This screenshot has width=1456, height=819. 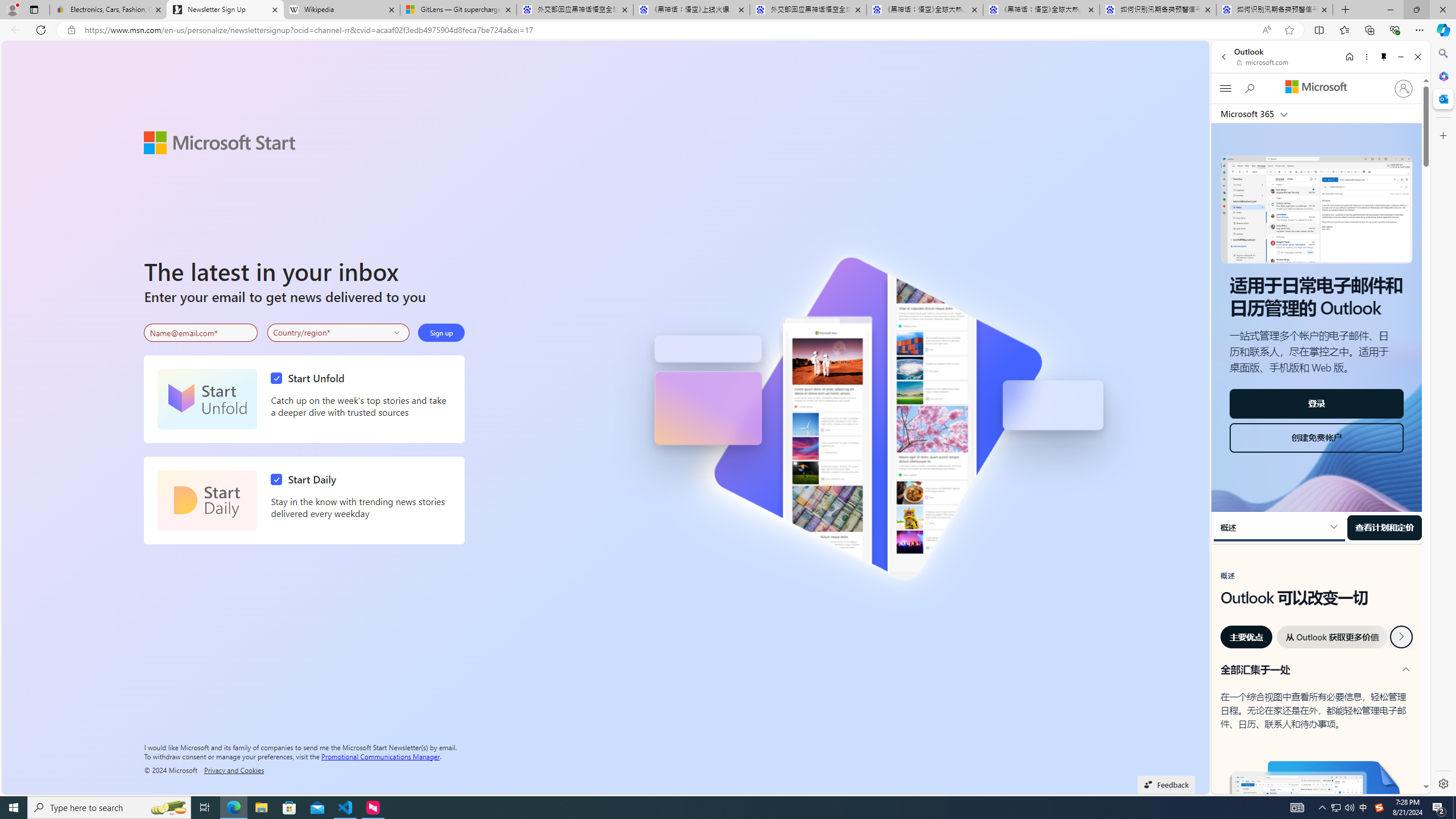 I want to click on 'Sign up', so click(x=441, y=333).